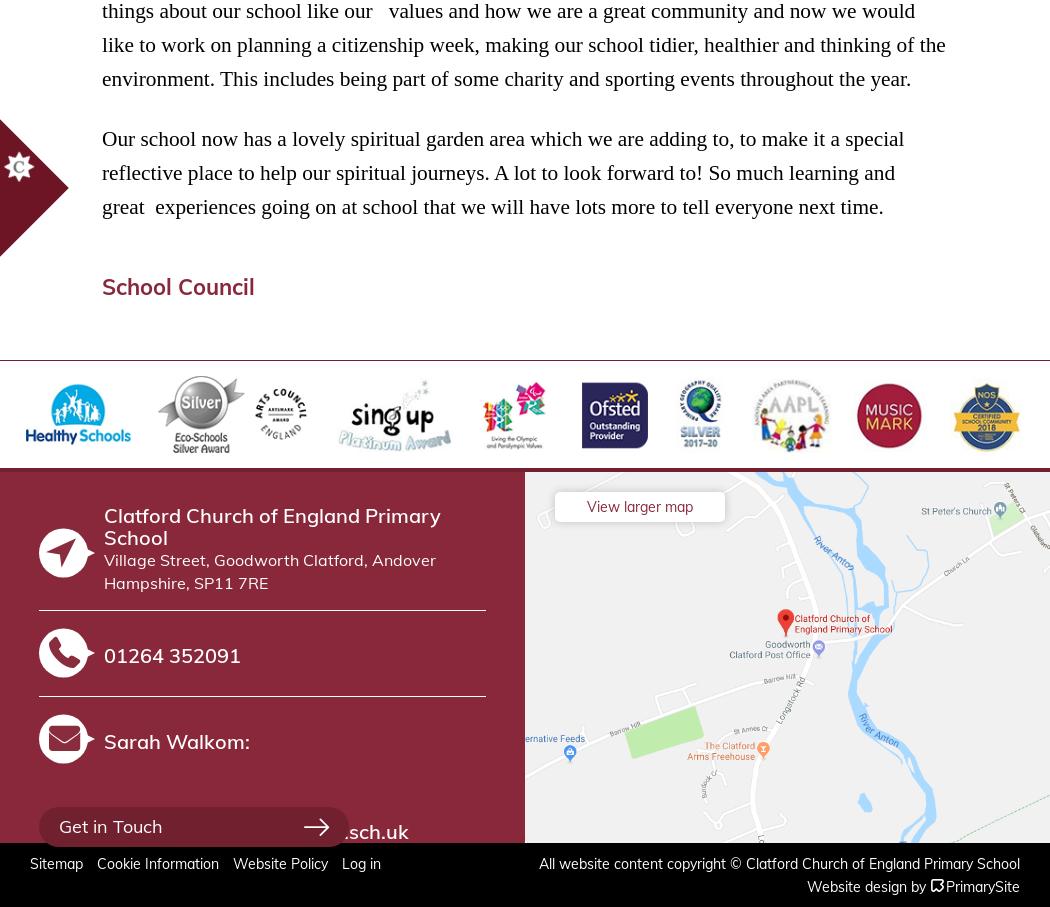 This screenshot has width=1050, height=907. What do you see at coordinates (185, 581) in the screenshot?
I see `'Hampshire, SP11 7RE'` at bounding box center [185, 581].